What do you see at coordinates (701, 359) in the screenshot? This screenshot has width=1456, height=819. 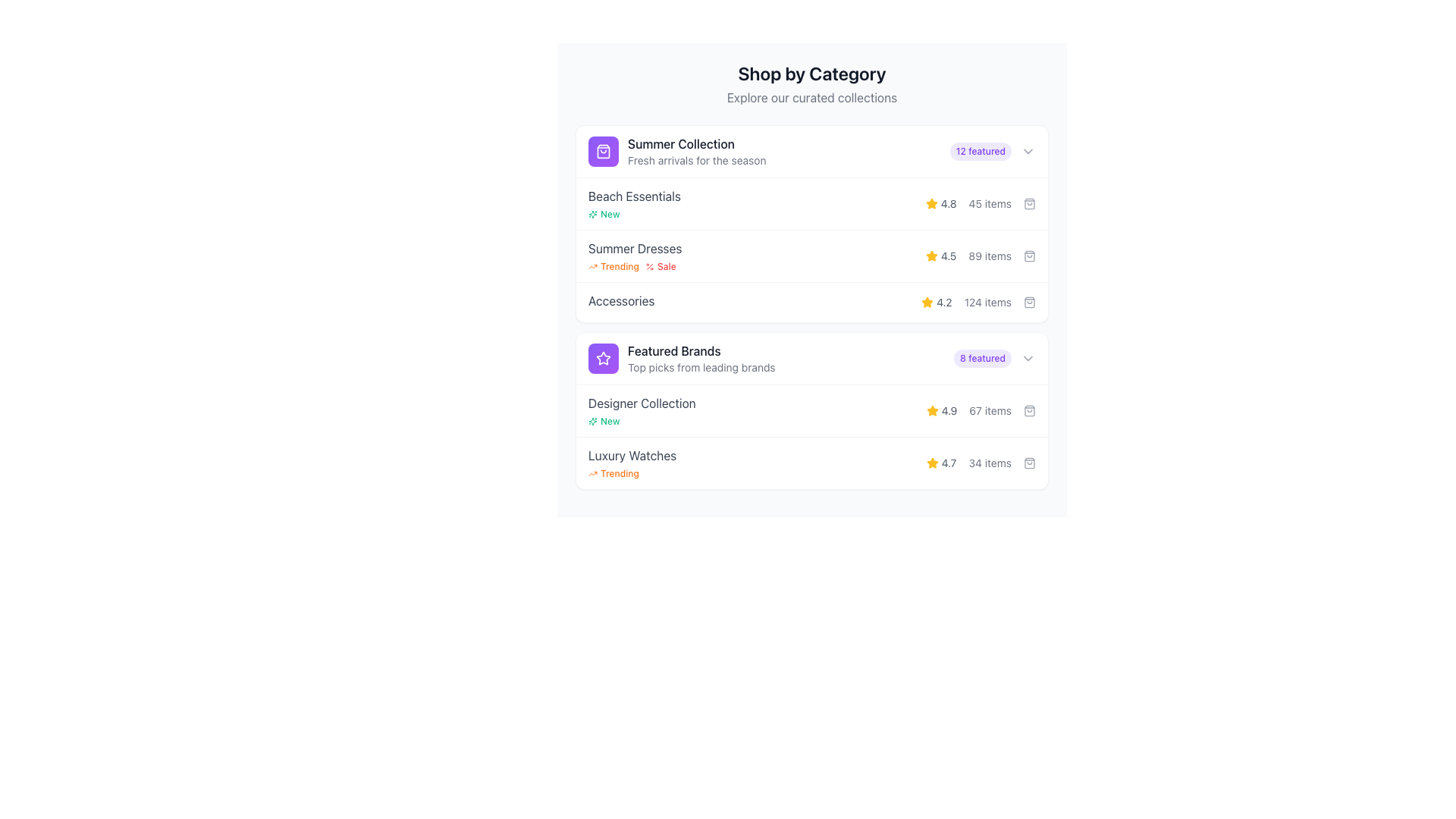 I see `the 'Featured Brands' text block, which is the fourth entry in the list under 'Shop by Category'` at bounding box center [701, 359].